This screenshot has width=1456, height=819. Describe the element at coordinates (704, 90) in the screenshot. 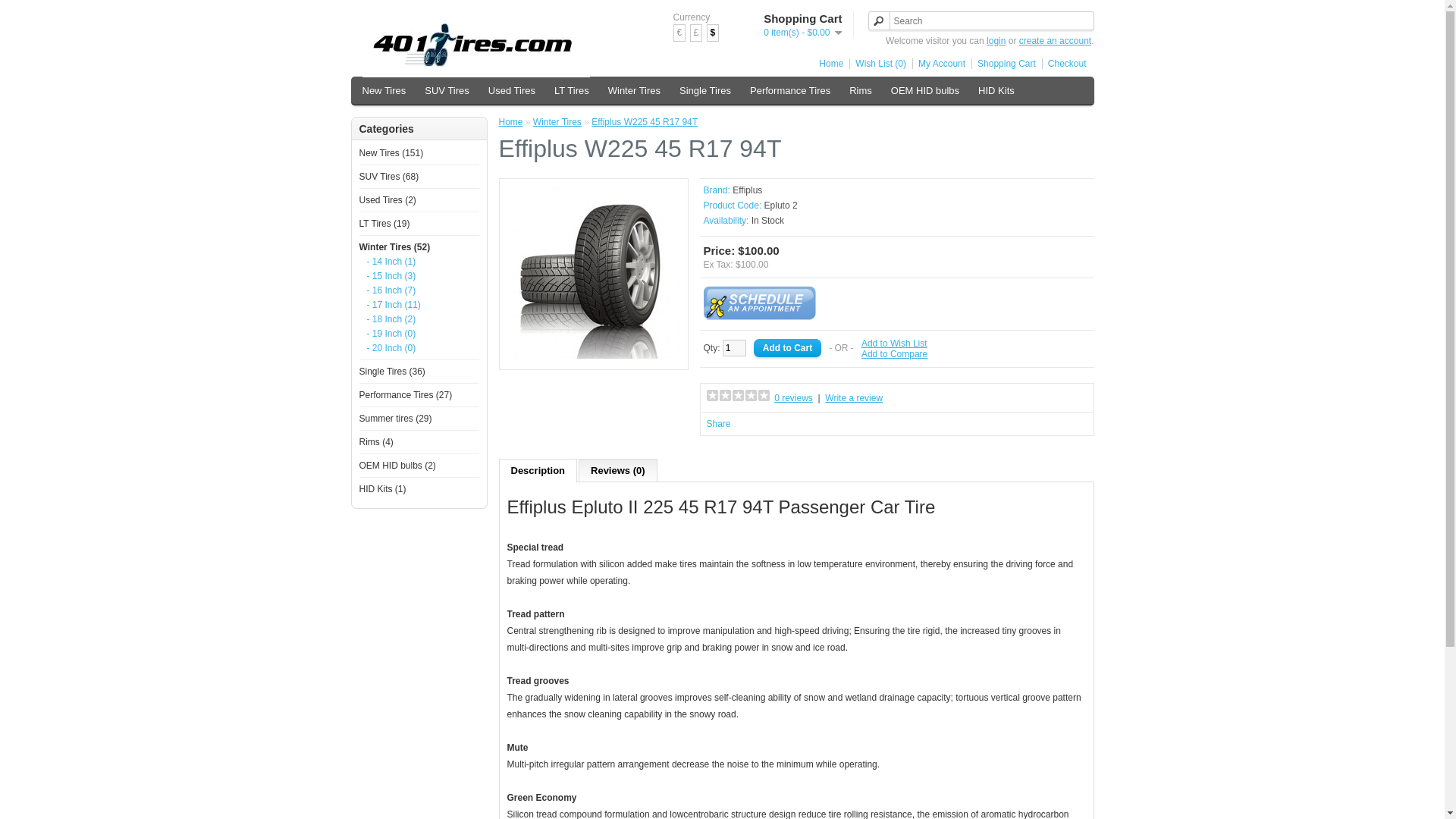

I see `'Single Tires'` at that location.